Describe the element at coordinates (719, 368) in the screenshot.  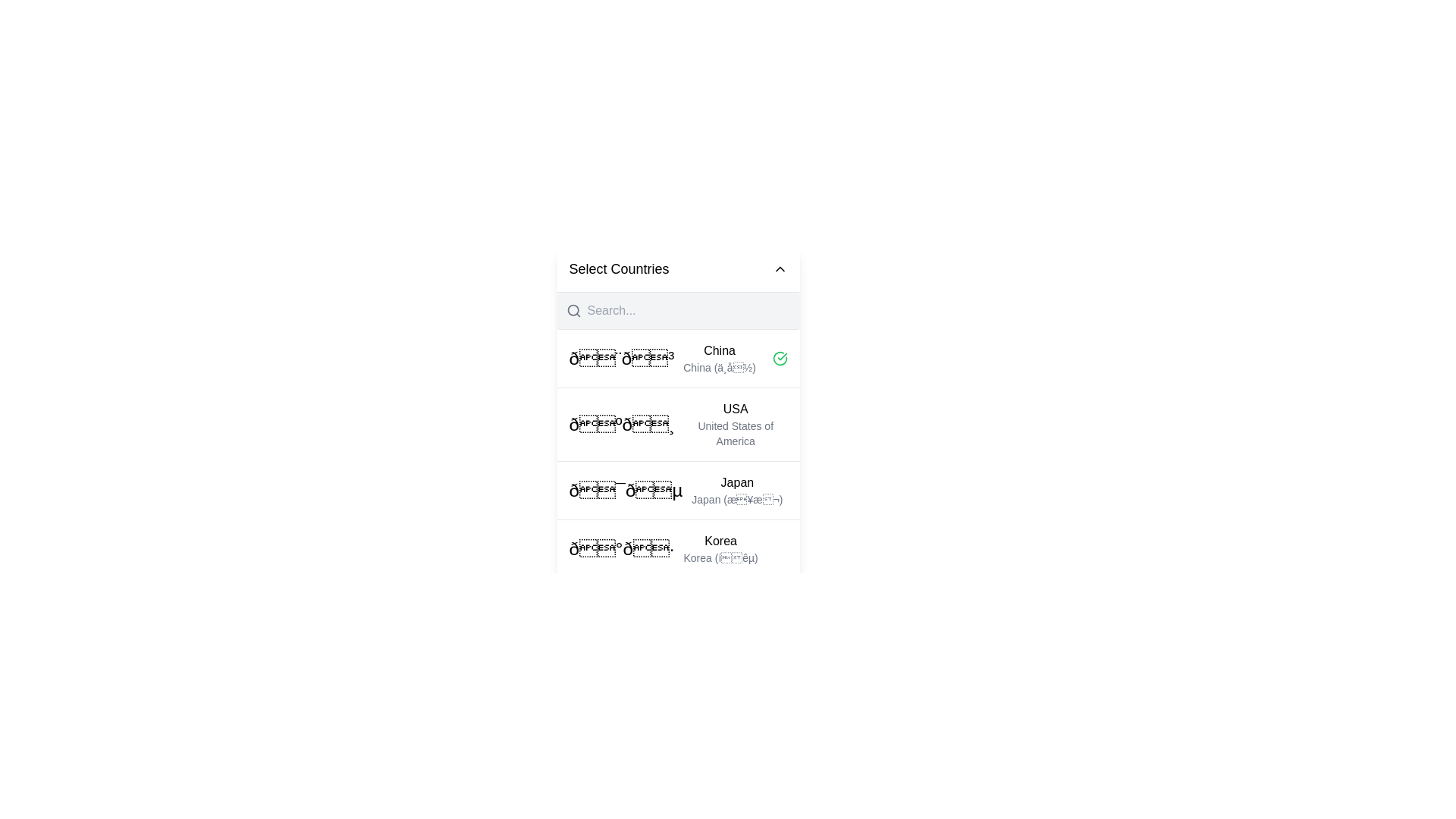
I see `the static text label displaying 'China (ä¸adå 9b½)', which is the second line beneath 'China' in a vertical list` at that location.